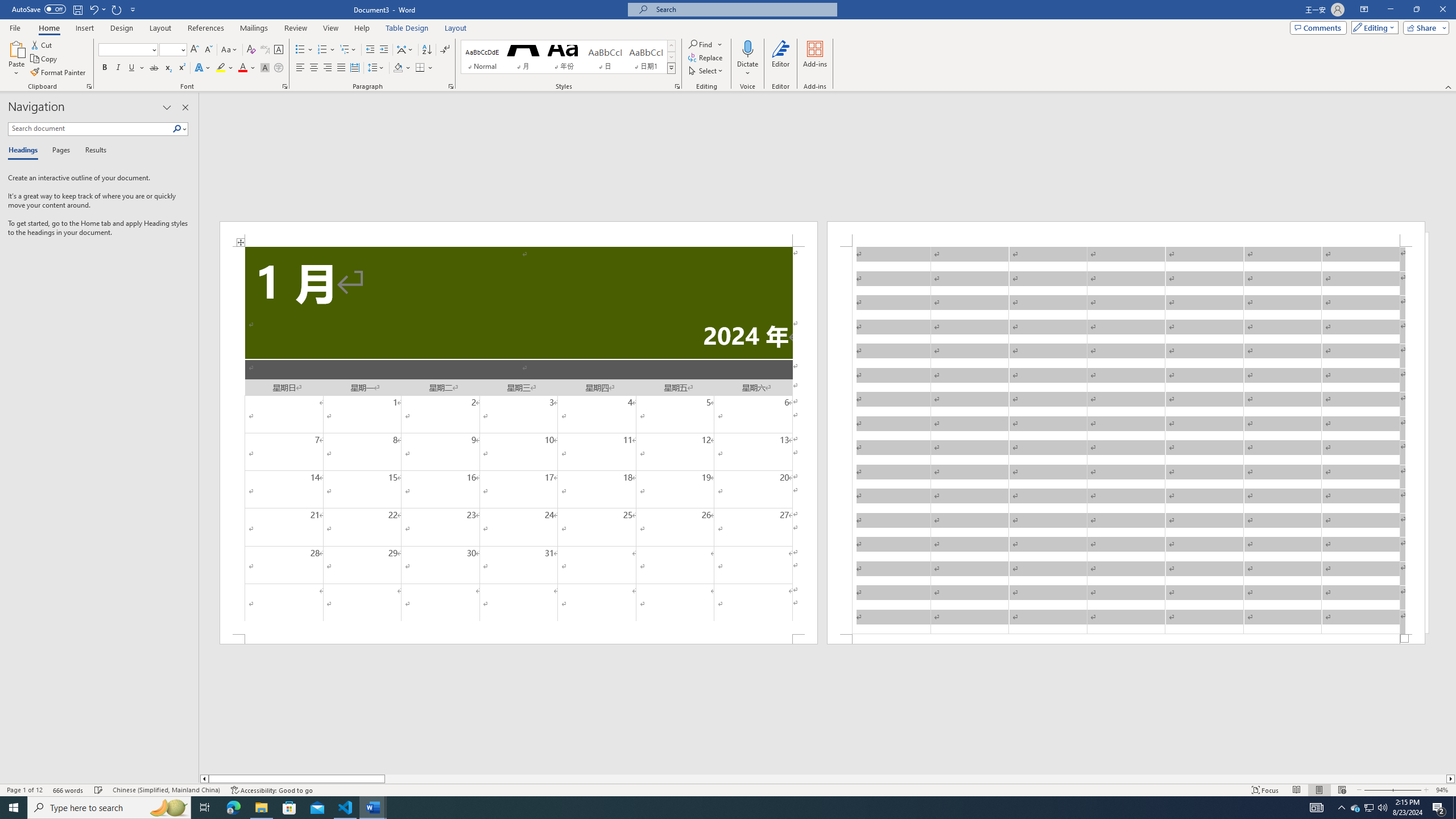 The width and height of the screenshot is (1456, 819). I want to click on 'Multilevel List', so click(348, 49).